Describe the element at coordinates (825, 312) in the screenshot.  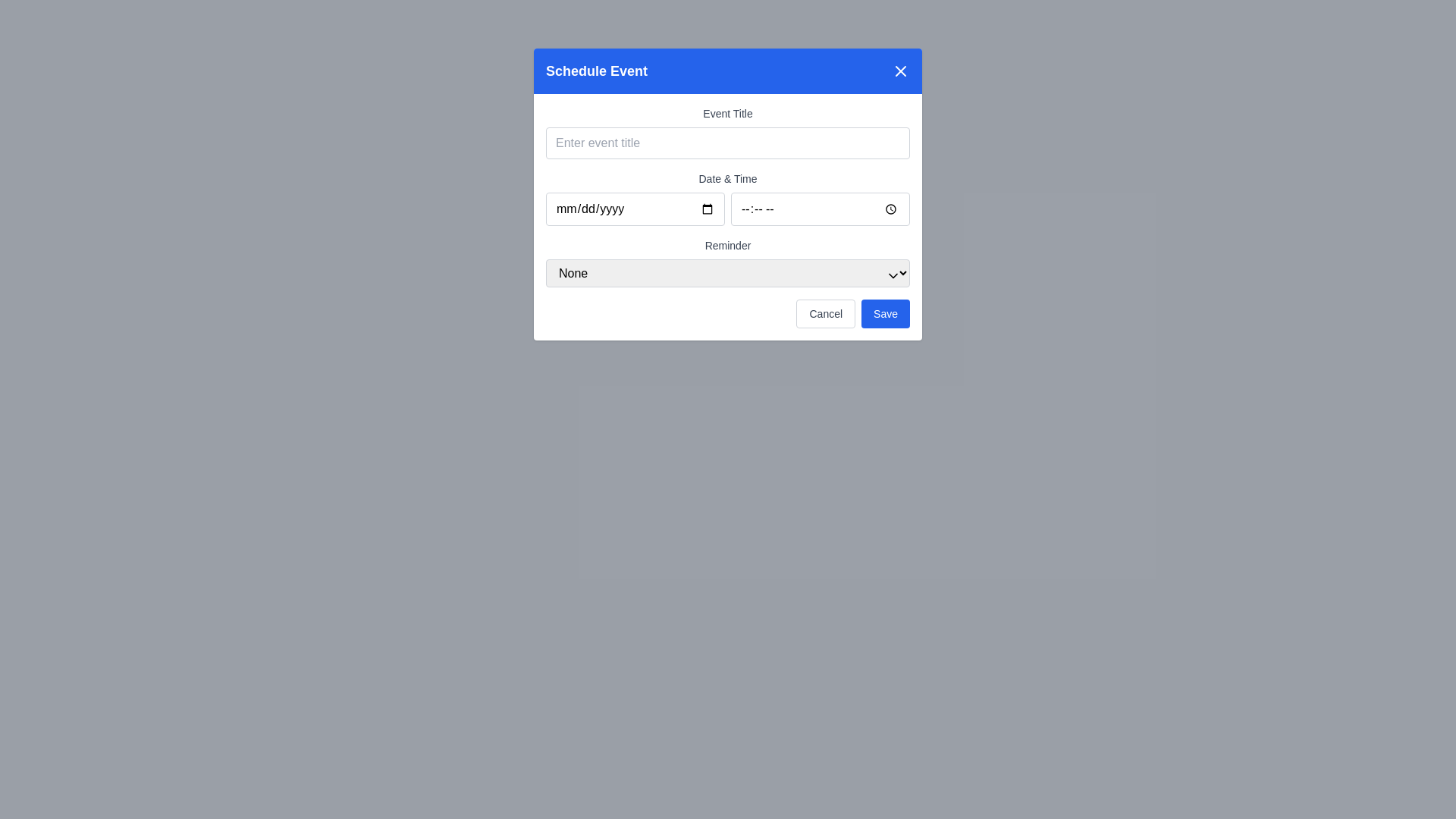
I see `the 'Cancel' button, which is a rectangular button with gray text on a white background, located to the left of the 'Save' button at the bottom-right corner of the dialog box` at that location.